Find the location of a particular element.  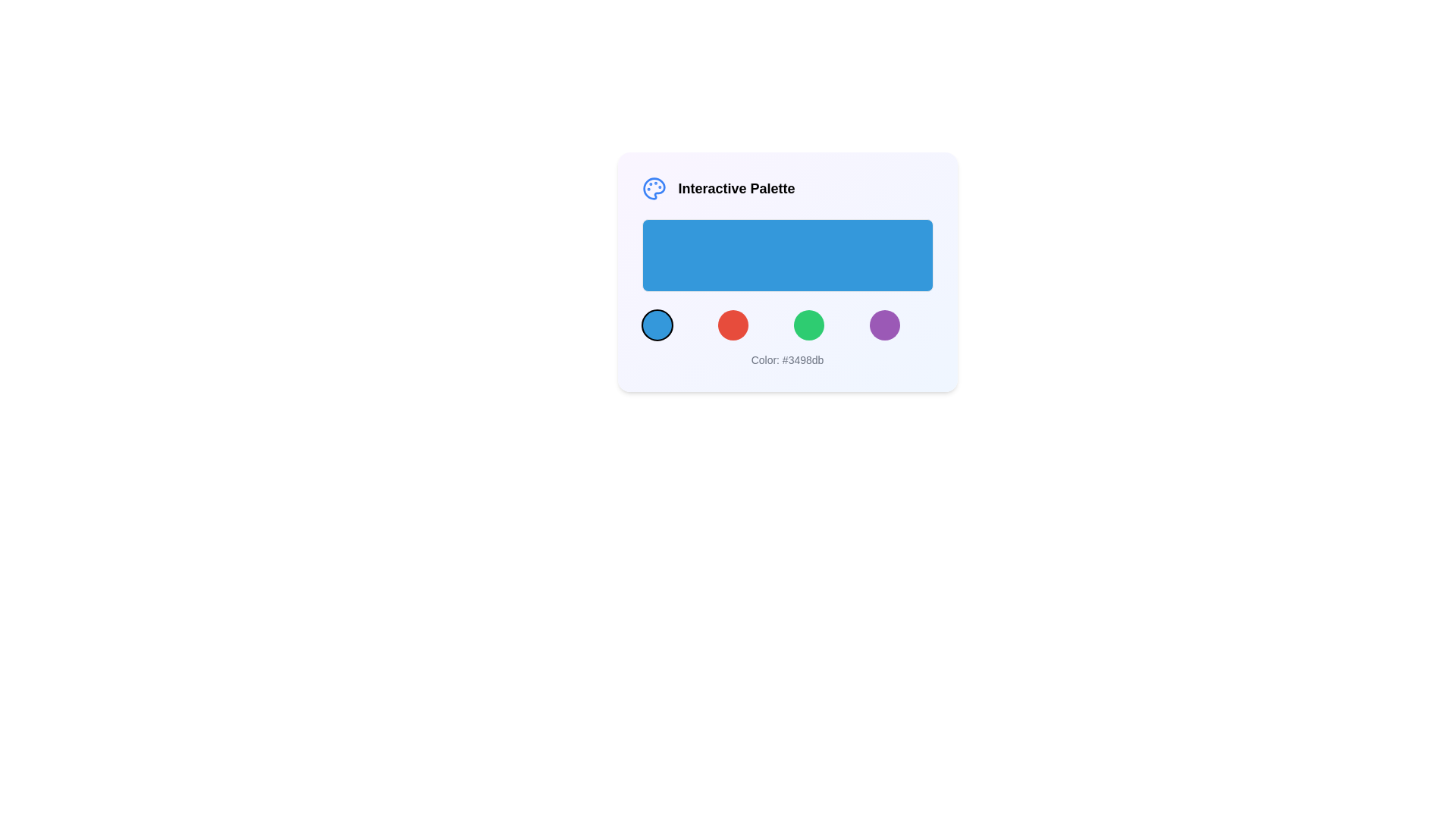

the Color Display Area, which is a blue rectangular section located above the circular color options in the 'Interactive Palette' card is located at coordinates (787, 280).